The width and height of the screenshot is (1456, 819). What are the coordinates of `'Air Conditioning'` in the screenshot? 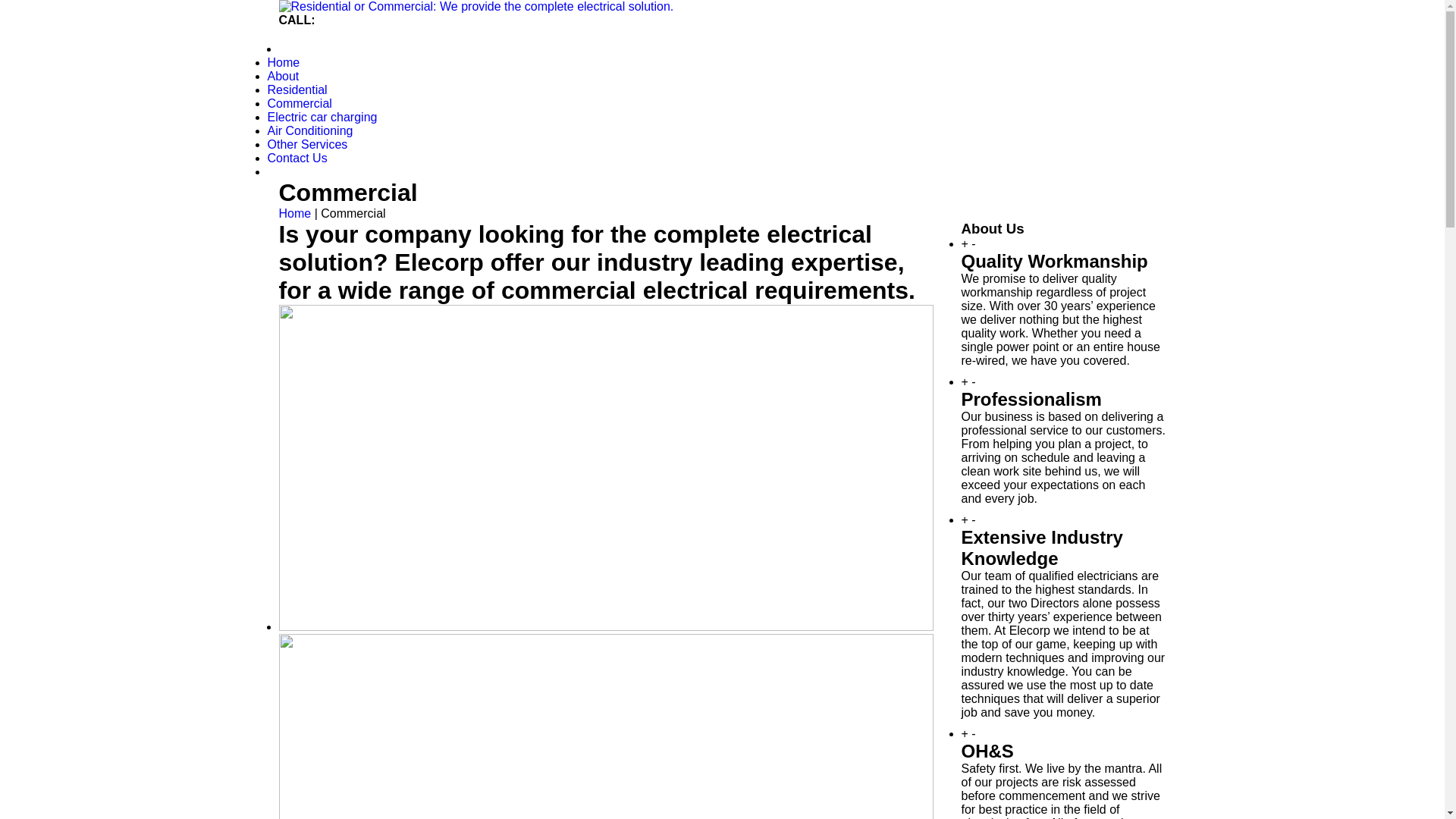 It's located at (309, 130).